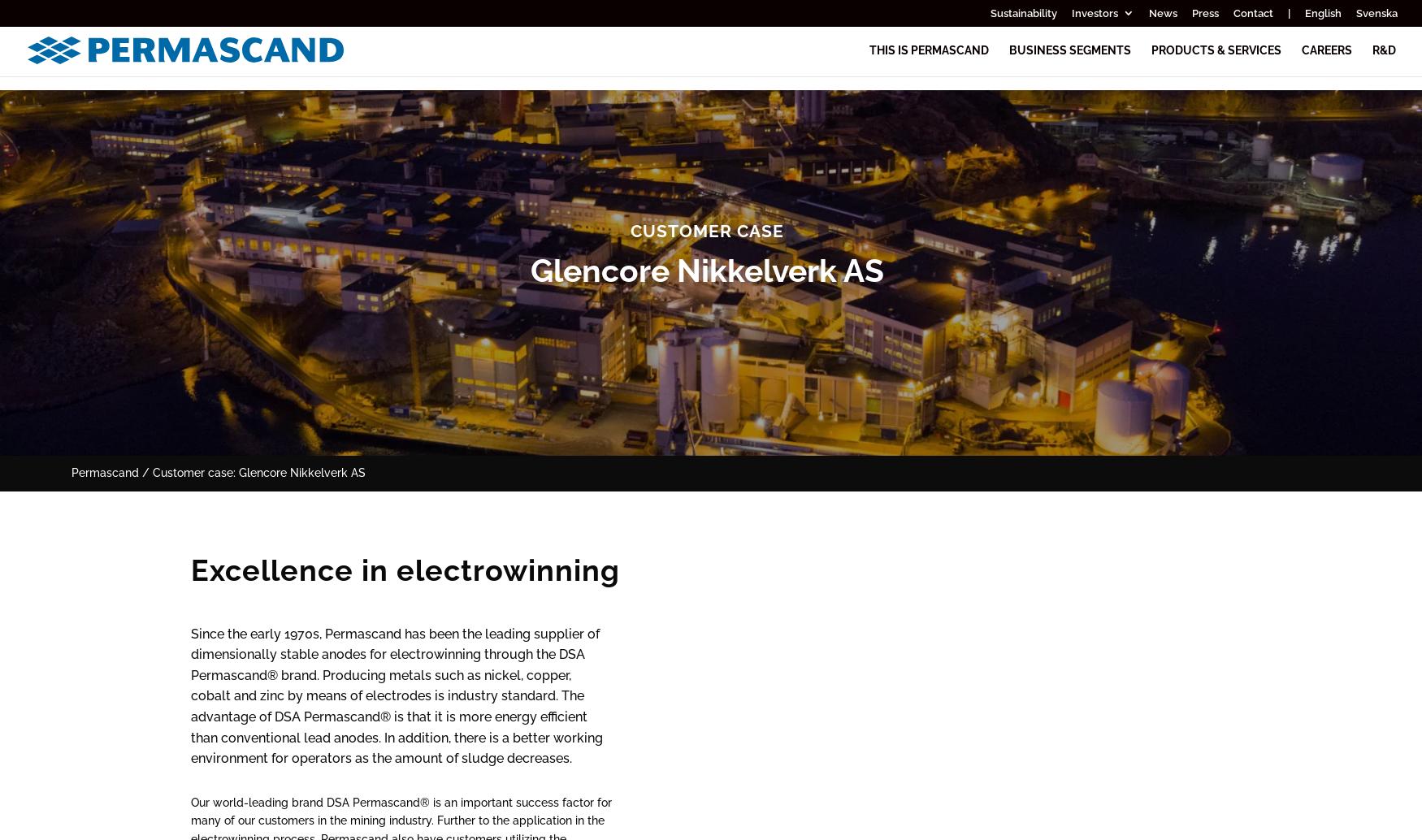  Describe the element at coordinates (1191, 407) in the screenshot. I see `'Remuneration'` at that location.